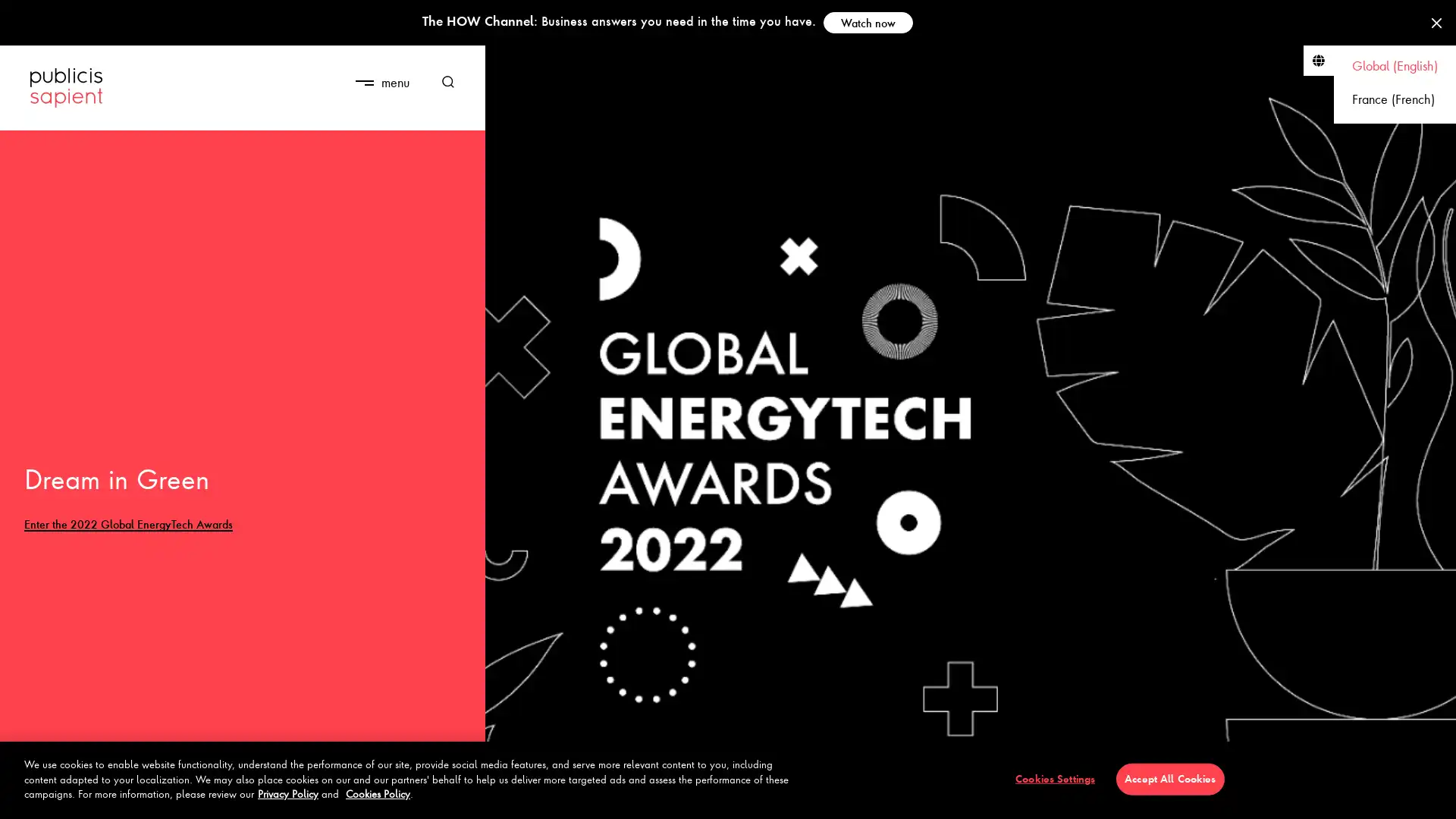 The width and height of the screenshot is (1456, 819). I want to click on Cookies Settings, so click(1054, 778).